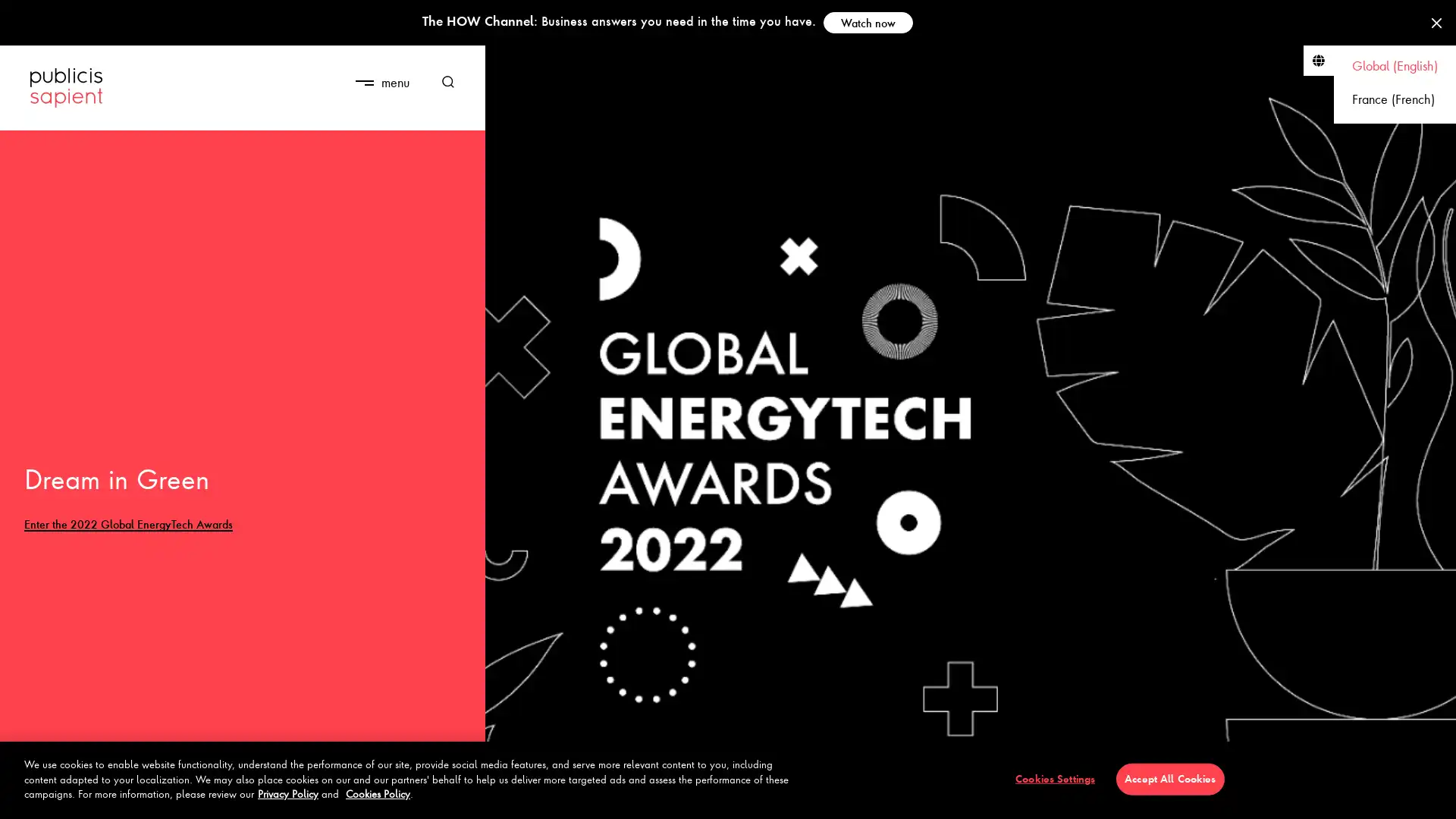 The width and height of the screenshot is (1456, 819). I want to click on Cookies Settings, so click(1054, 778).